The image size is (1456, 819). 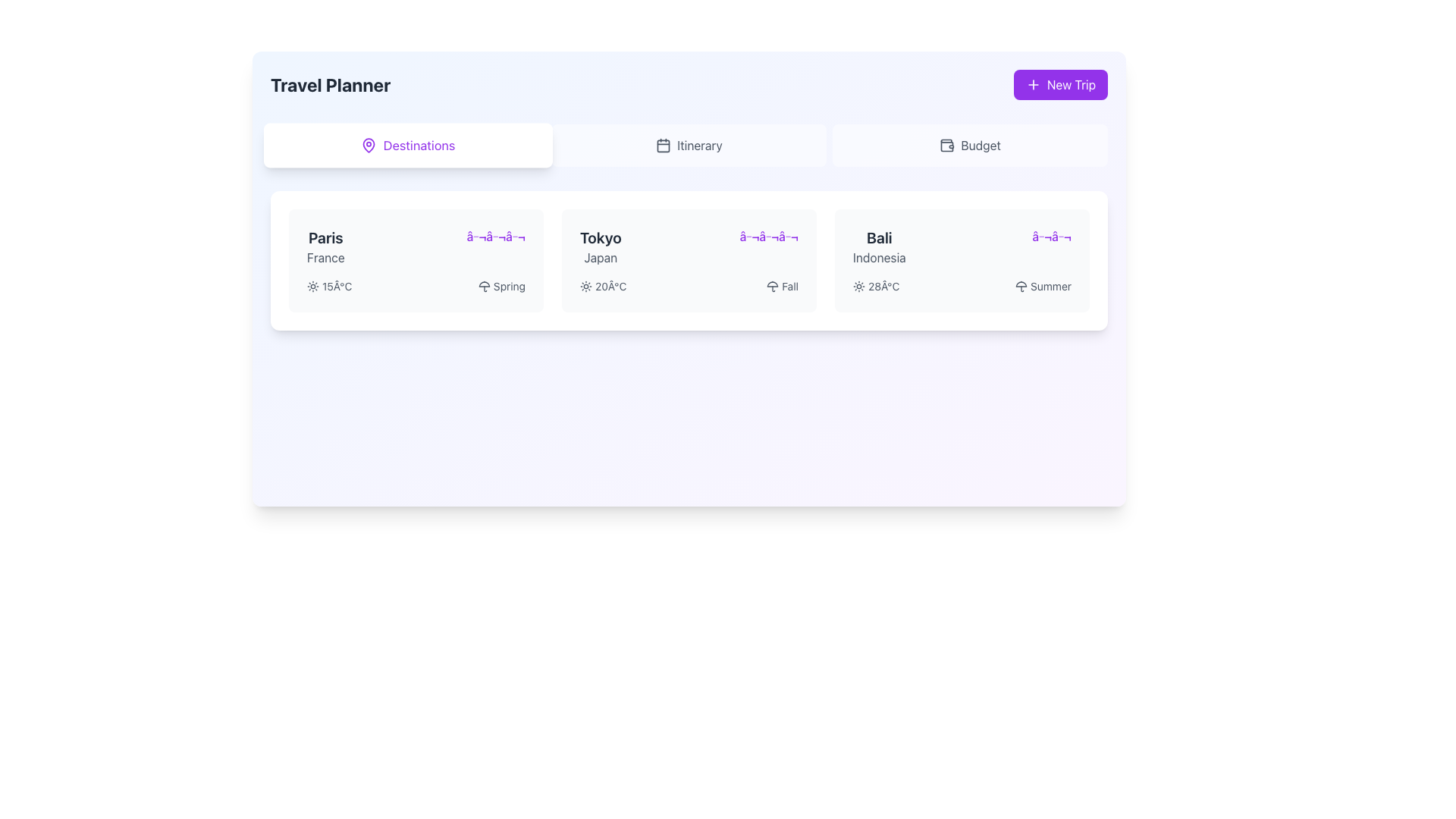 What do you see at coordinates (664, 146) in the screenshot?
I see `the square with rounded corners that is part of the calendar icon group` at bounding box center [664, 146].